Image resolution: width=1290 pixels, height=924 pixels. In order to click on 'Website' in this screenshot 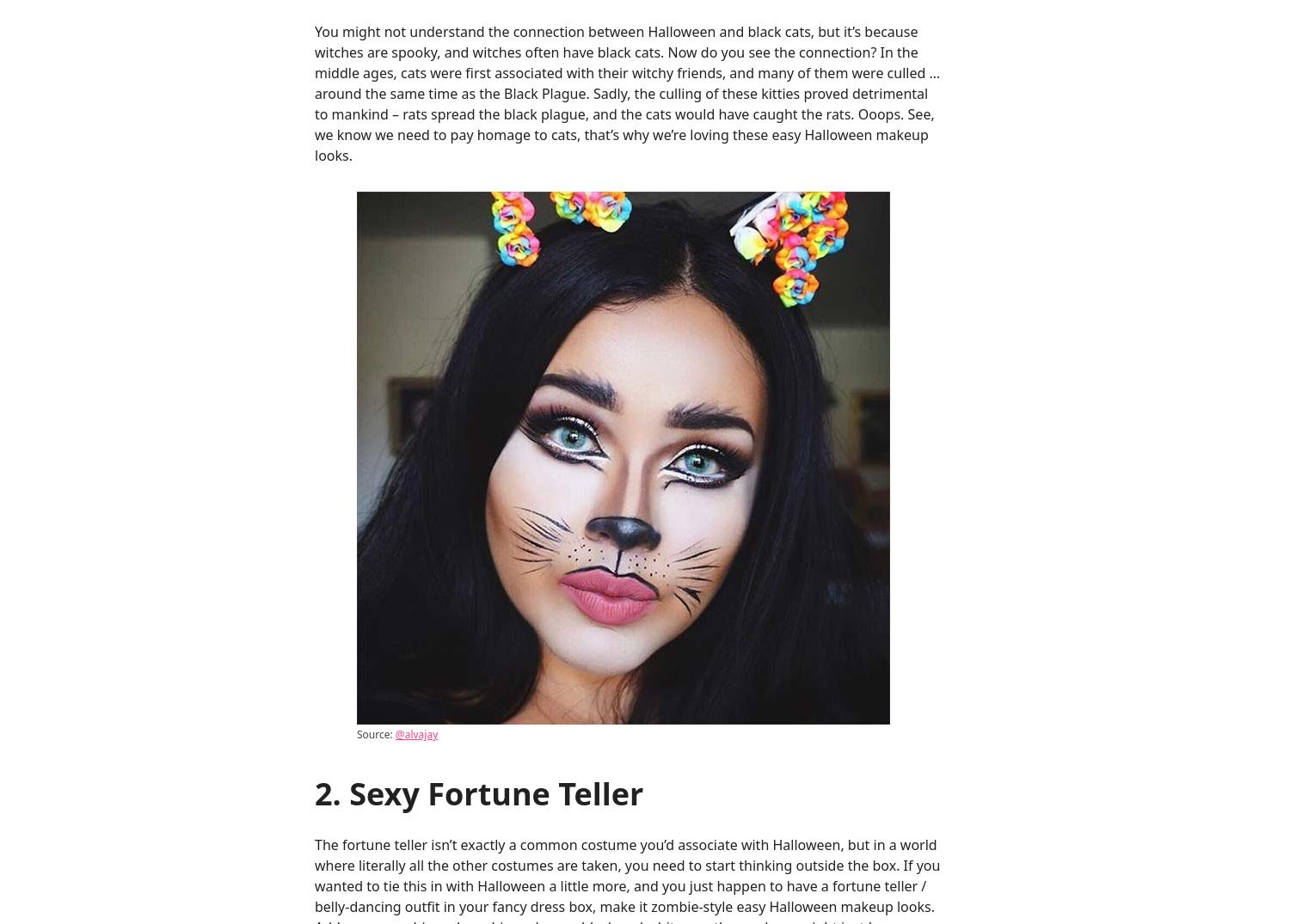, I will do `click(341, 710)`.